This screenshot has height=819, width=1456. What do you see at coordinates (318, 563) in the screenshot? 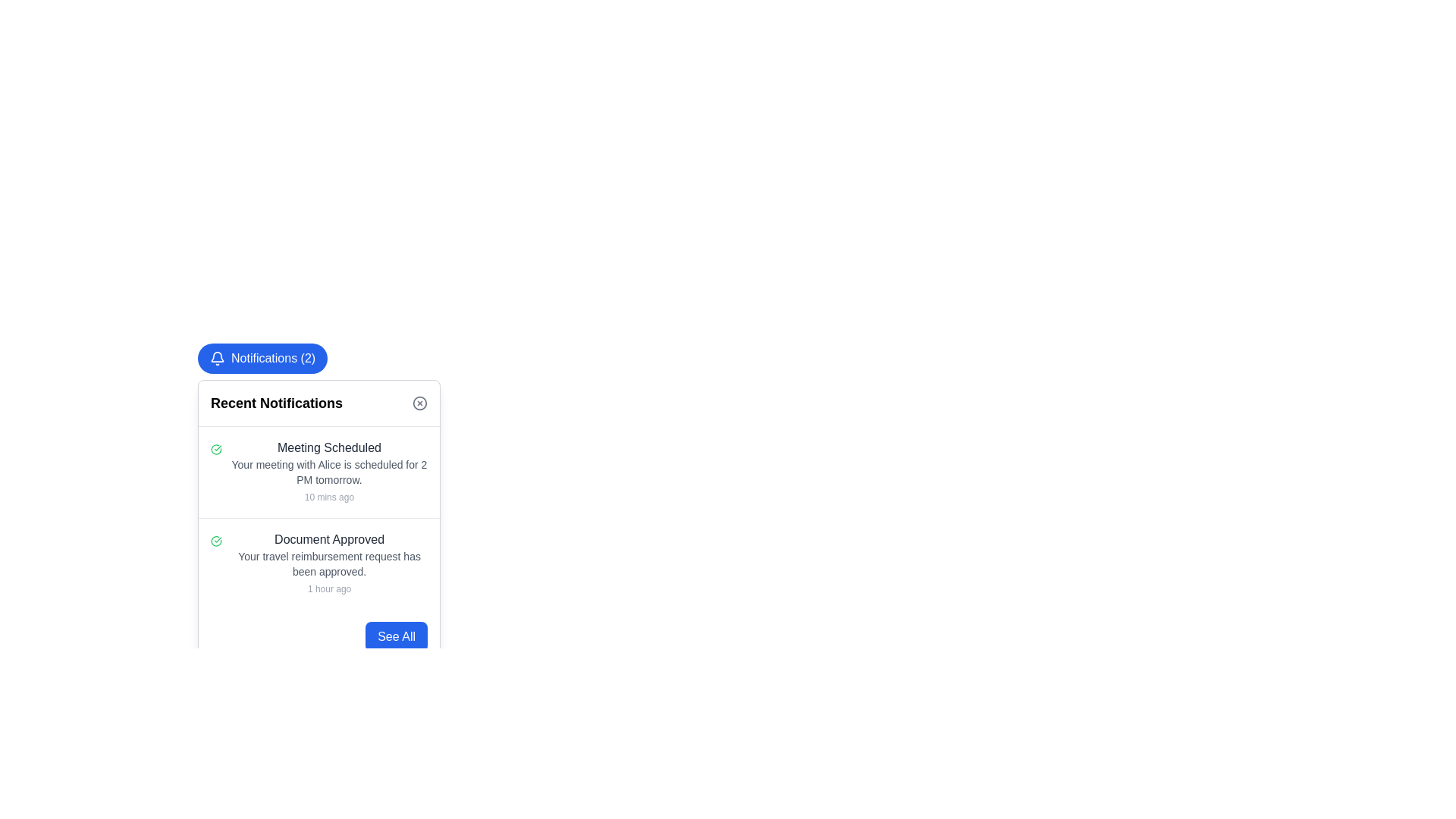
I see `notification card that informs the user about the approval of their travel reimbursement request, which is the second item in the notification list` at bounding box center [318, 563].